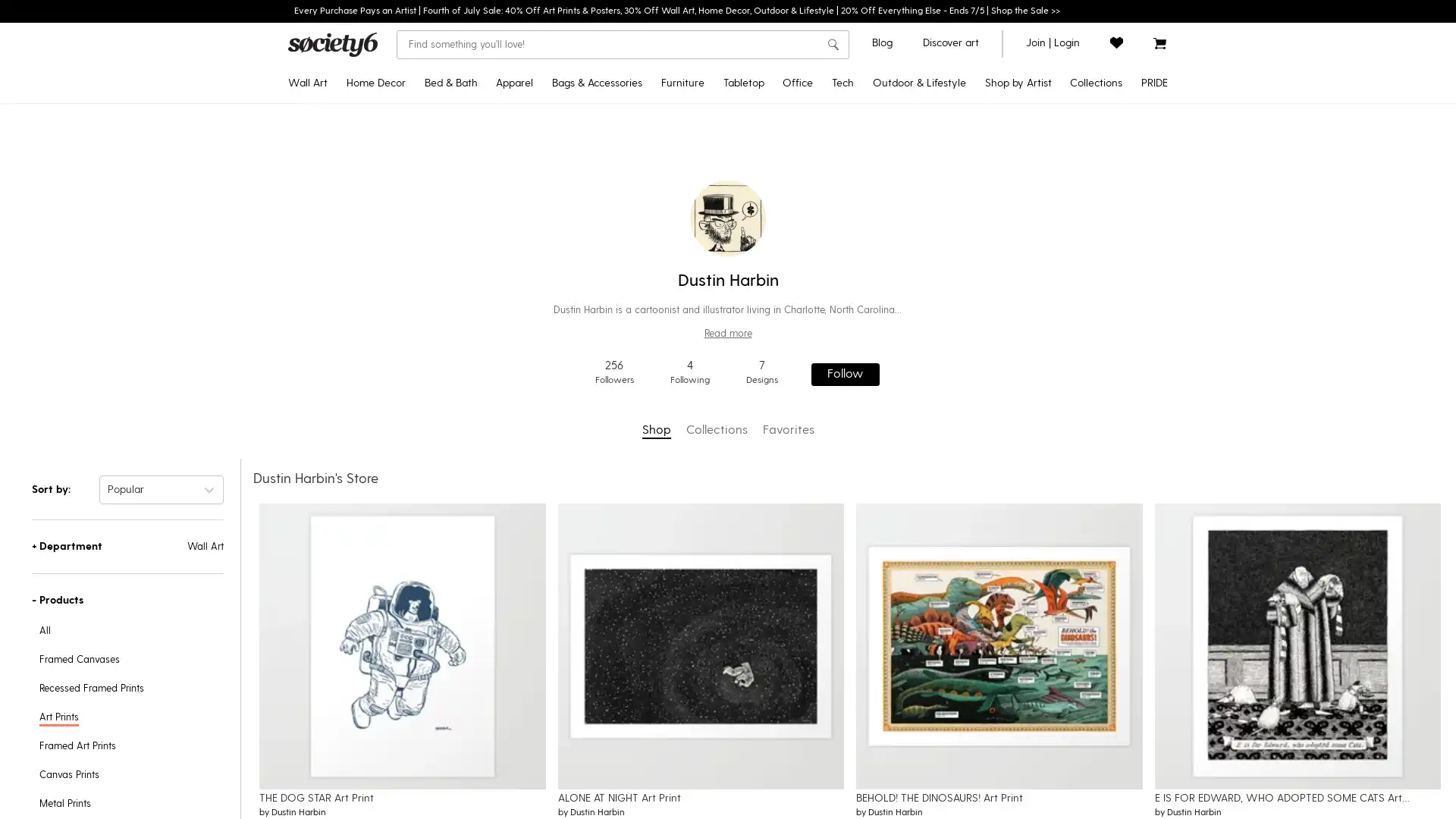  What do you see at coordinates (796, 83) in the screenshot?
I see `Office` at bounding box center [796, 83].